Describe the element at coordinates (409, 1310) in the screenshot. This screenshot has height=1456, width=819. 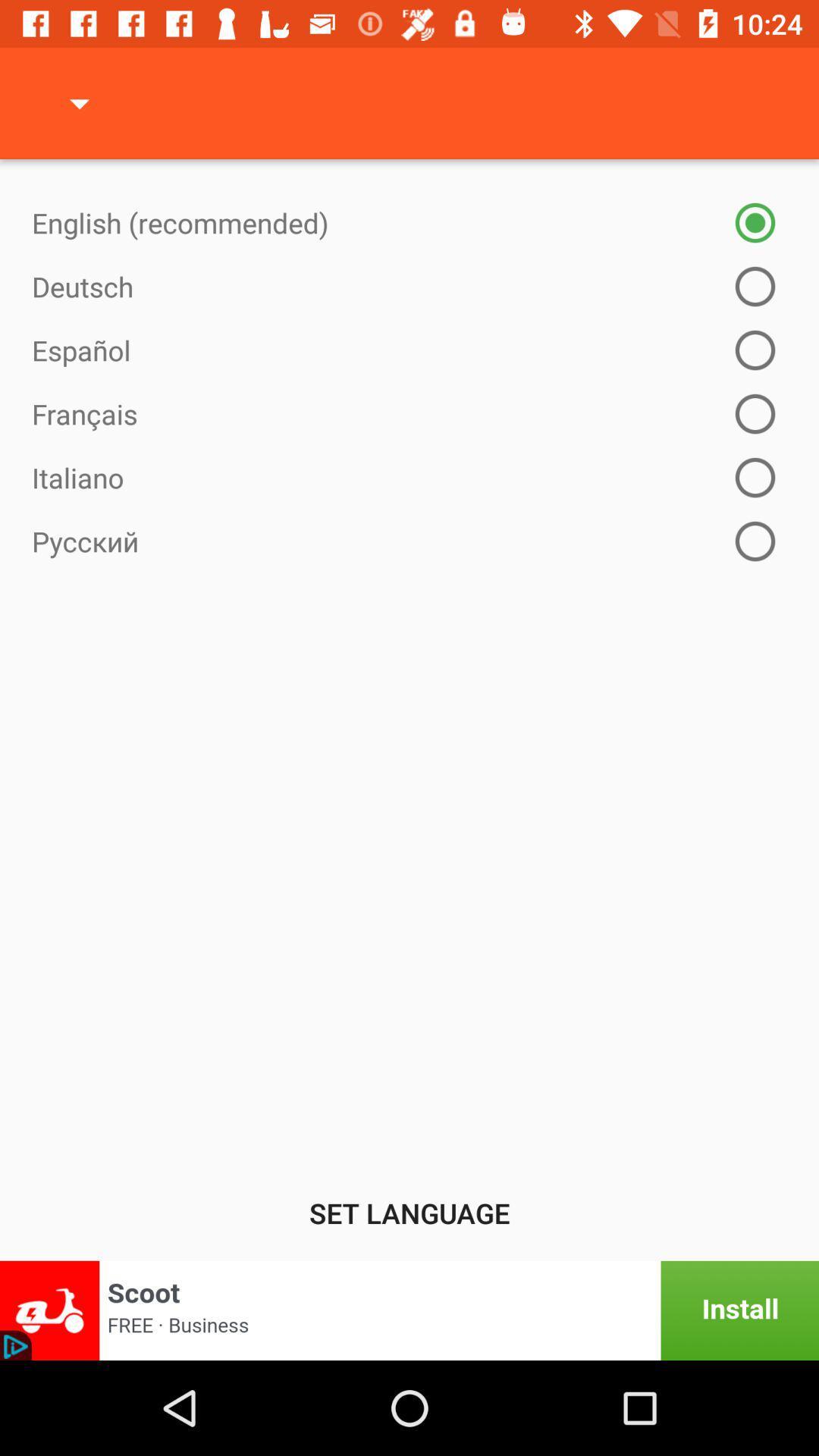
I see `ad-install app` at that location.